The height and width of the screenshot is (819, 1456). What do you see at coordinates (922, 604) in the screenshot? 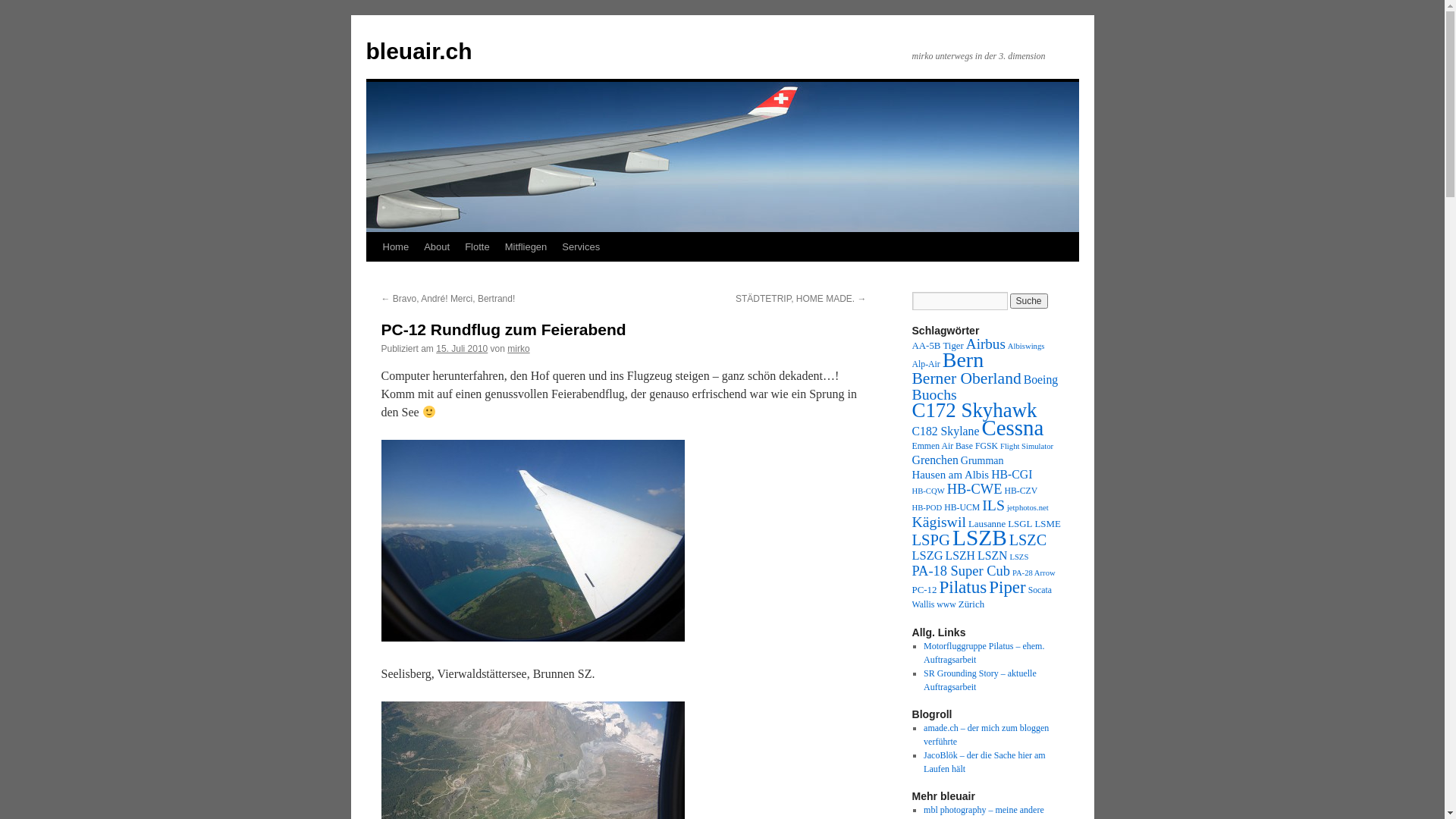
I see `'Wallis'` at bounding box center [922, 604].